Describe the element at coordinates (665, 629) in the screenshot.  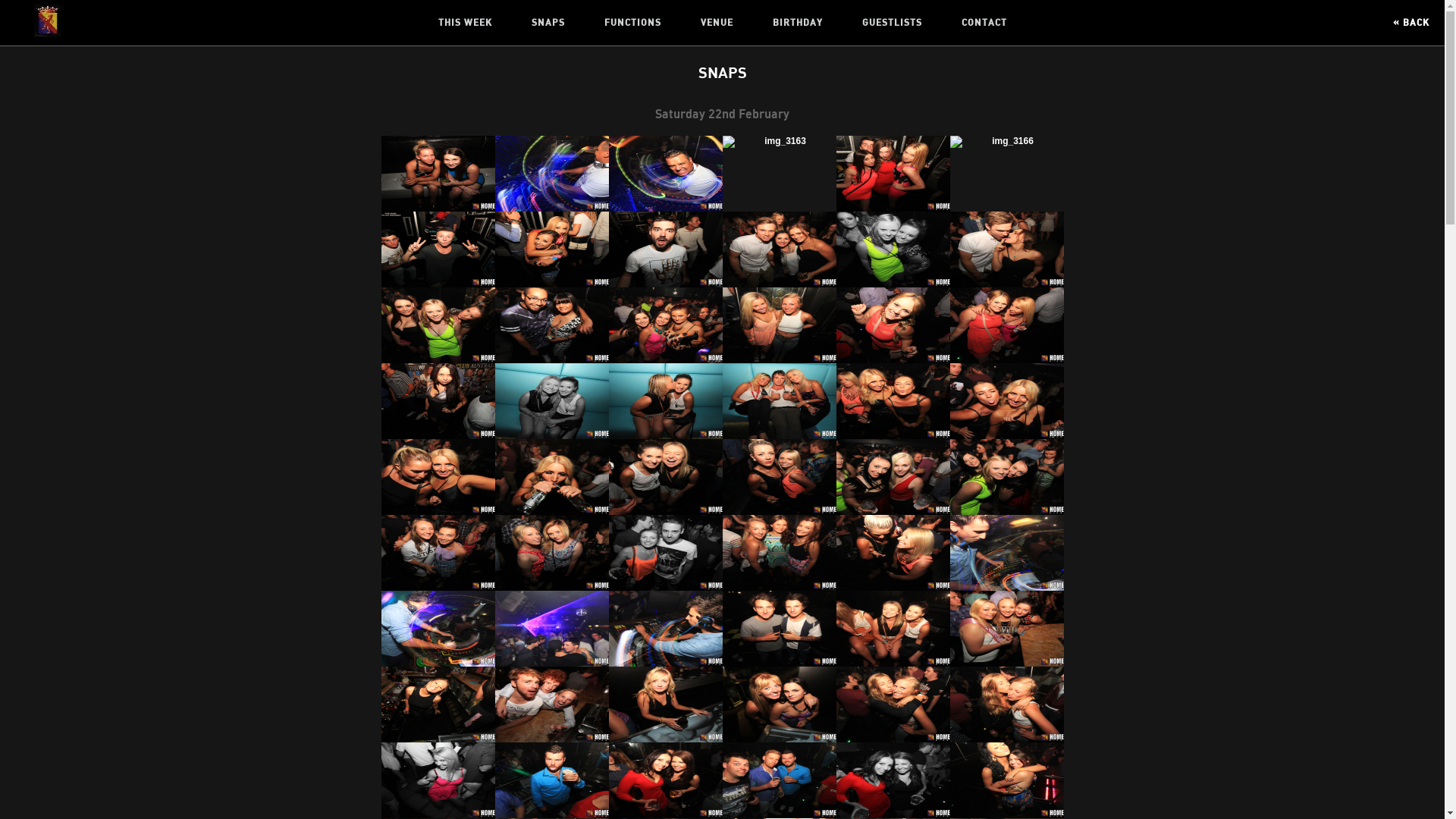
I see `' '` at that location.